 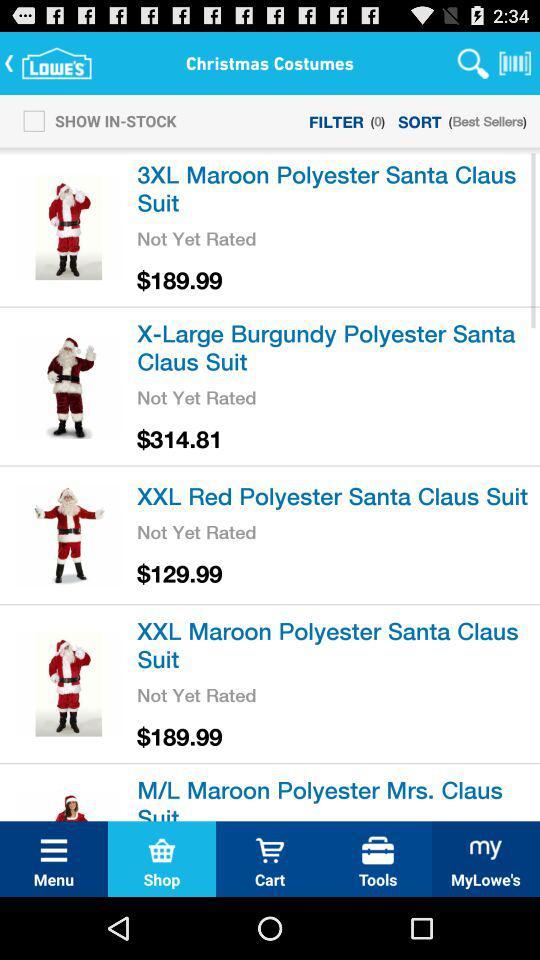 I want to click on the icon to the right of (0), so click(x=419, y=120).